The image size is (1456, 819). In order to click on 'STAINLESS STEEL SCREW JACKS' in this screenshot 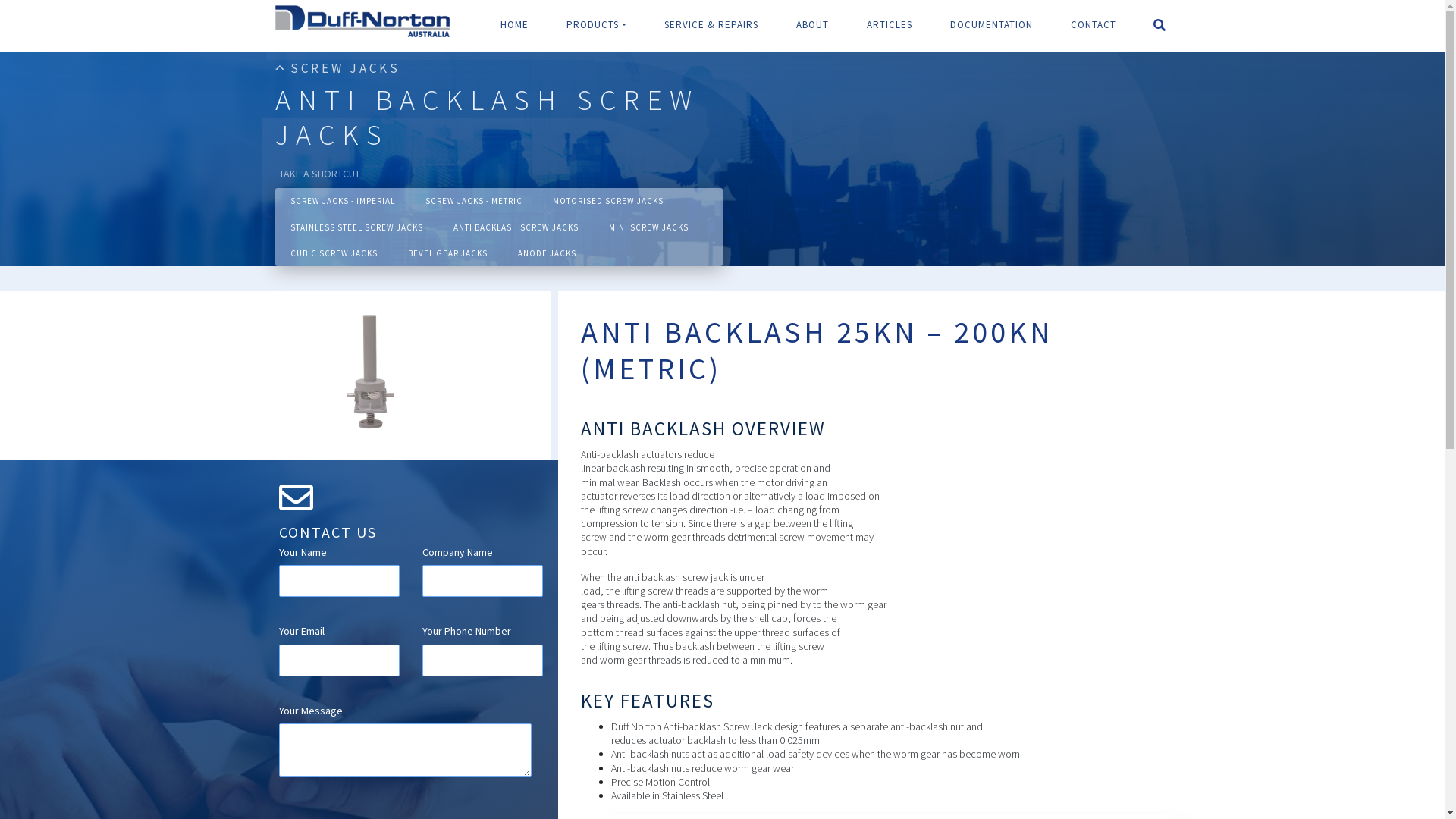, I will do `click(290, 227)`.